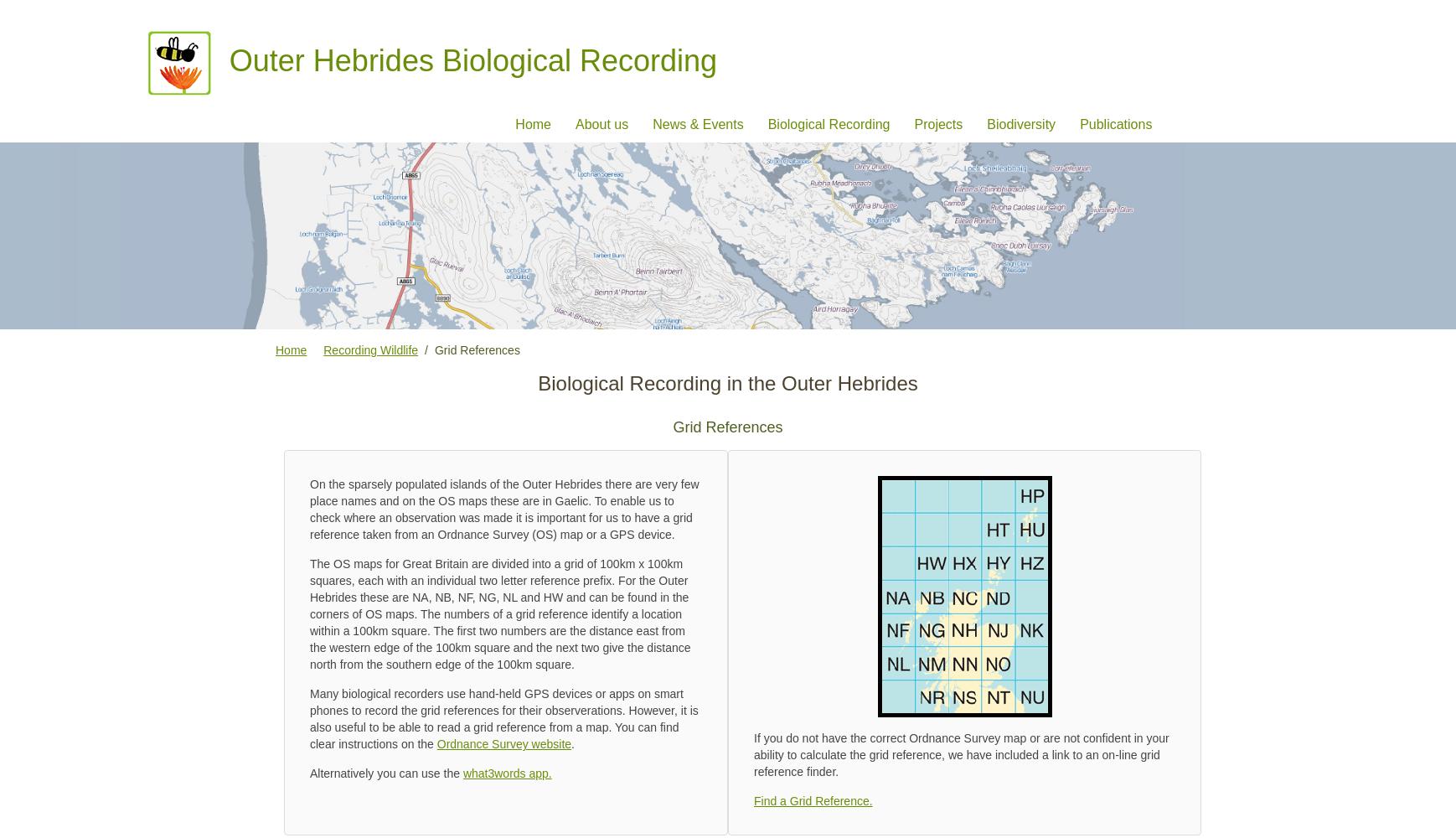 The width and height of the screenshot is (1456, 838). What do you see at coordinates (576, 123) in the screenshot?
I see `'About us'` at bounding box center [576, 123].